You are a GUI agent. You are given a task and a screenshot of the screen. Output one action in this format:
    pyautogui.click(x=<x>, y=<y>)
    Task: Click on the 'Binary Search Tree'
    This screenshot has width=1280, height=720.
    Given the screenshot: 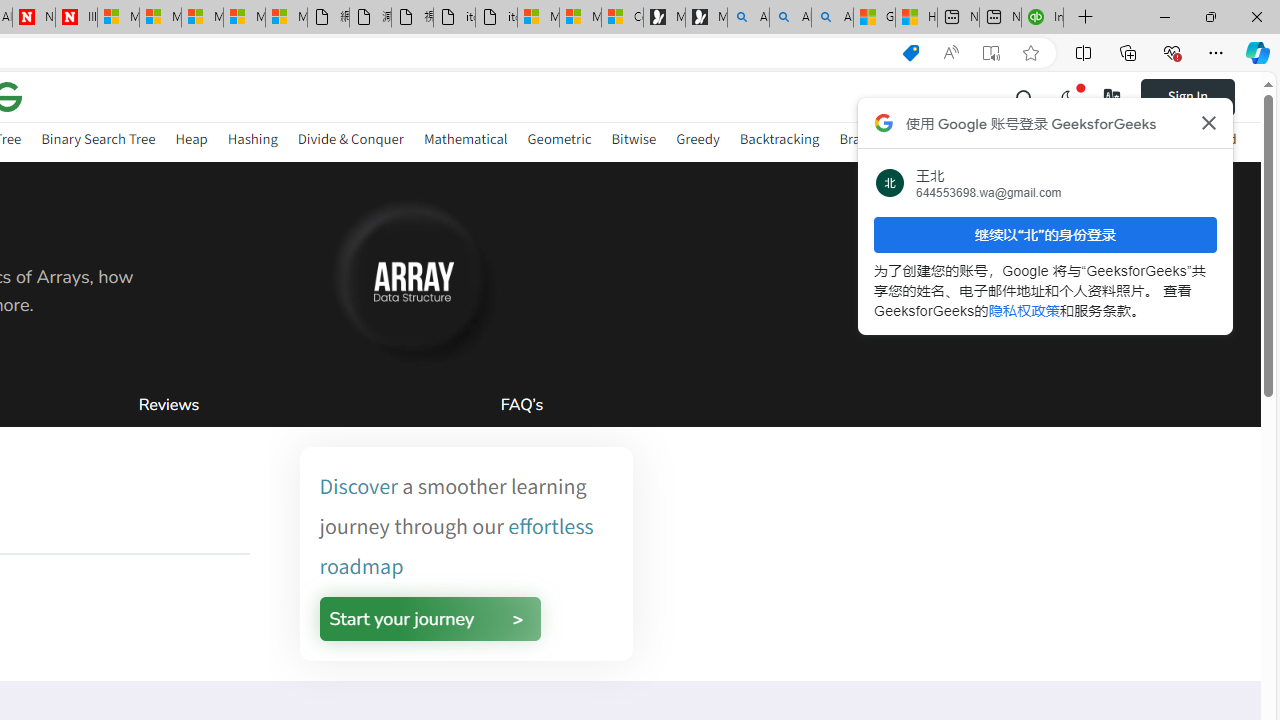 What is the action you would take?
    pyautogui.click(x=97, y=138)
    